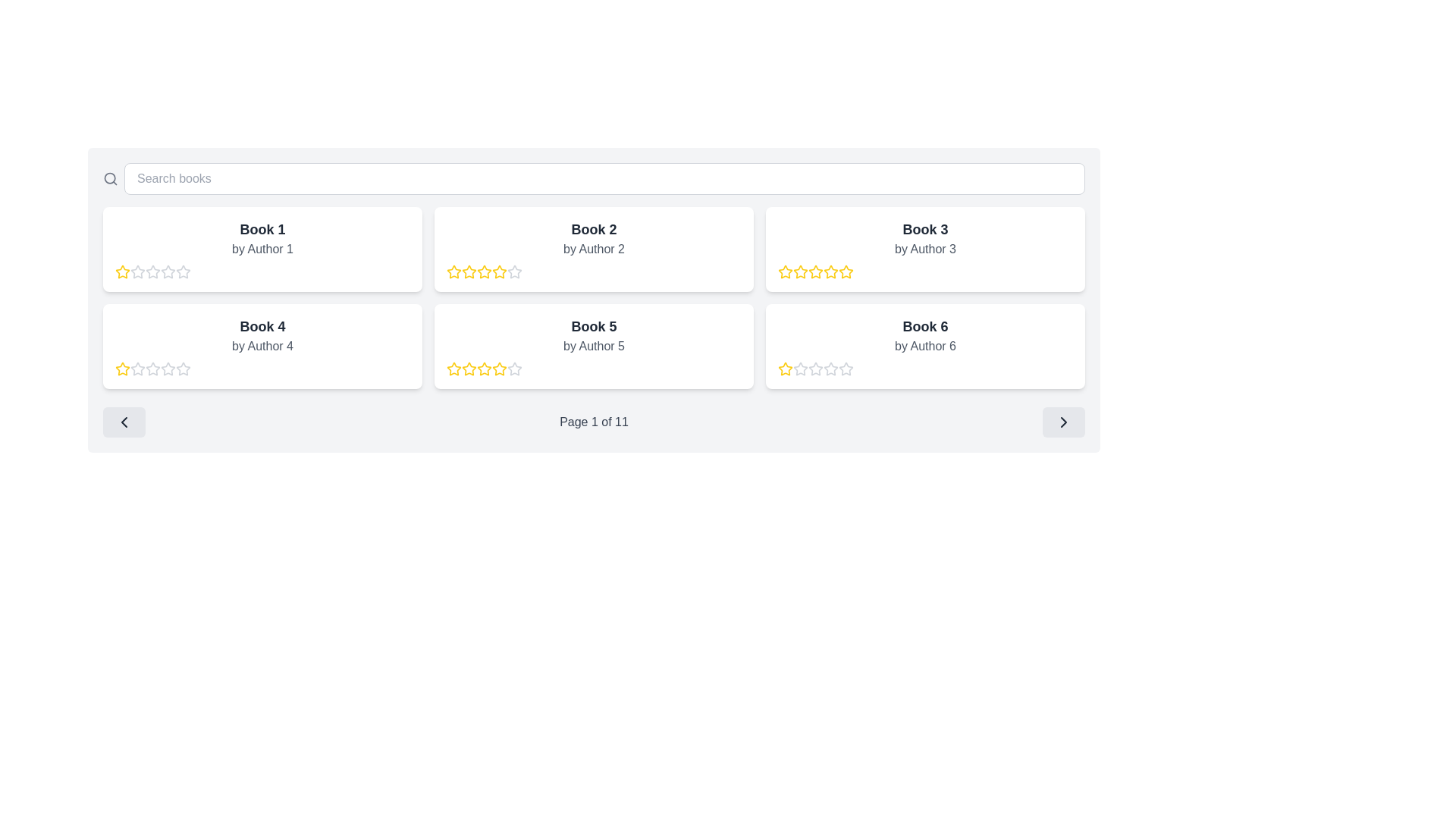 The image size is (1456, 819). Describe the element at coordinates (593, 248) in the screenshot. I see `the second Information card displaying book details, including title, author, and rating, located in the first row, second column of a grid layout` at that location.